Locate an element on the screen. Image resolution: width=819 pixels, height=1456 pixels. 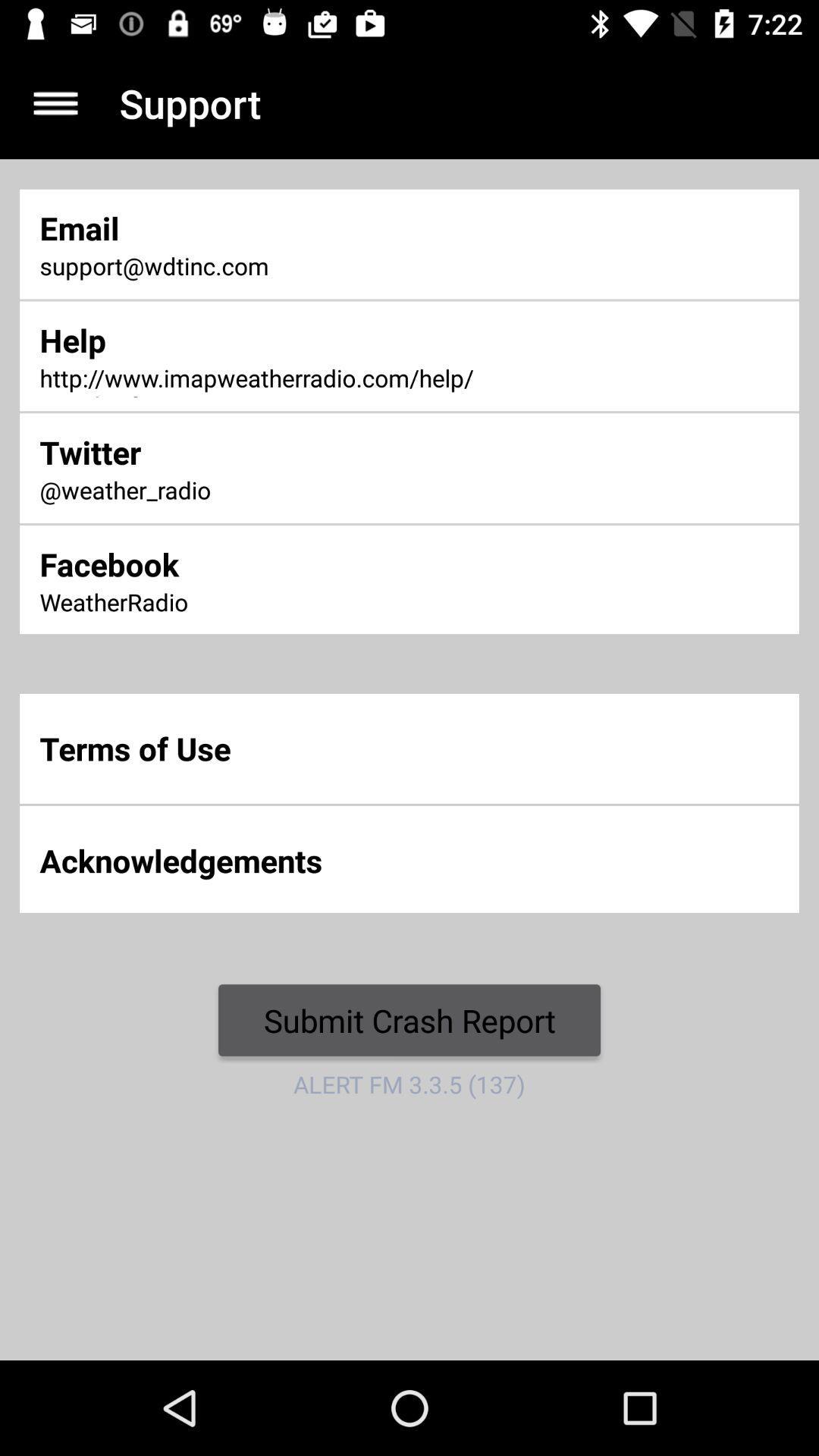
http www imapweatherradio item is located at coordinates (270, 379).